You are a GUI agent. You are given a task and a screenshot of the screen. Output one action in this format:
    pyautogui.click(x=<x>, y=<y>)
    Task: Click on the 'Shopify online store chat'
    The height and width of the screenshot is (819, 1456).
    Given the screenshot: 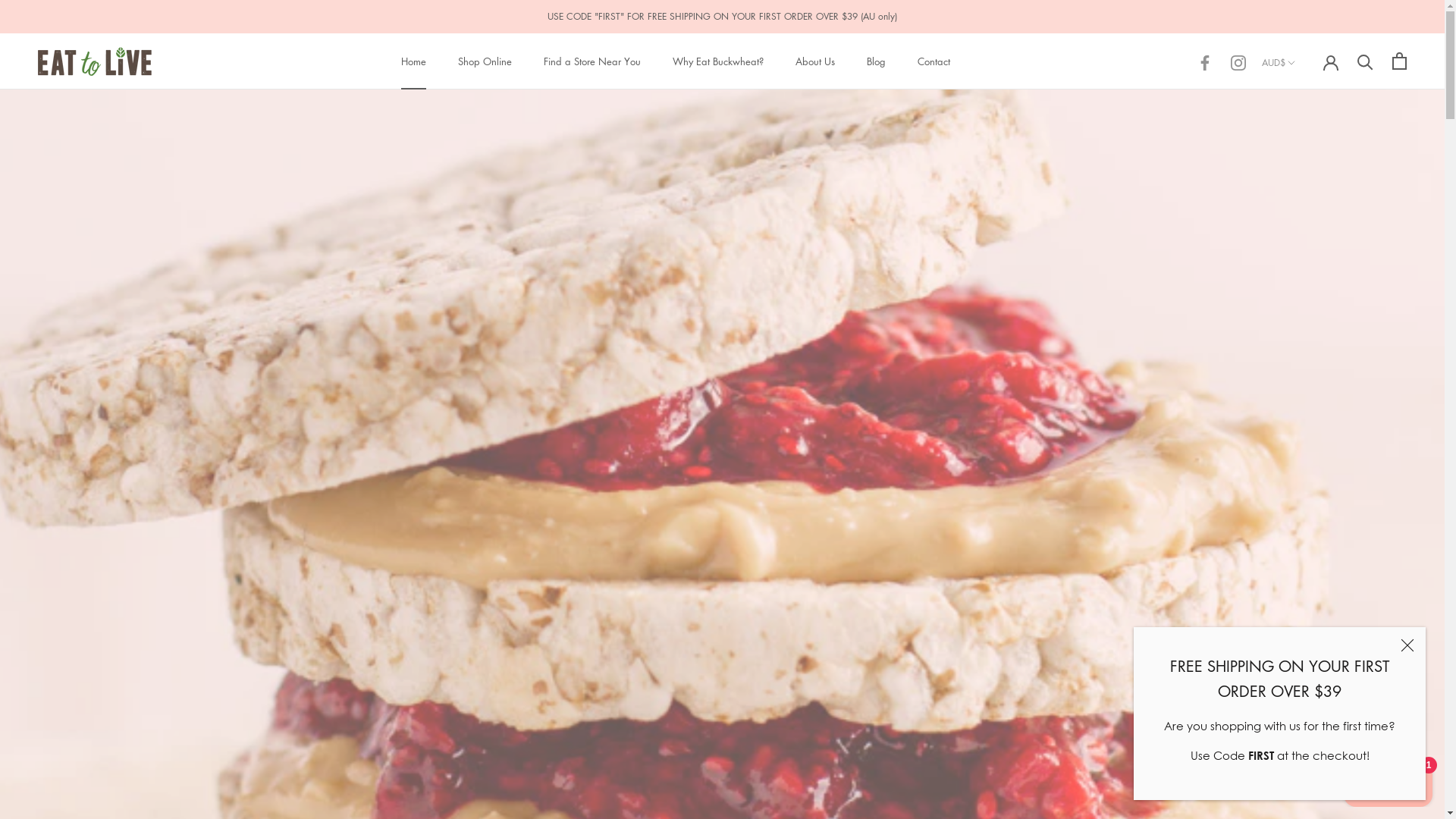 What is the action you would take?
    pyautogui.click(x=1388, y=780)
    